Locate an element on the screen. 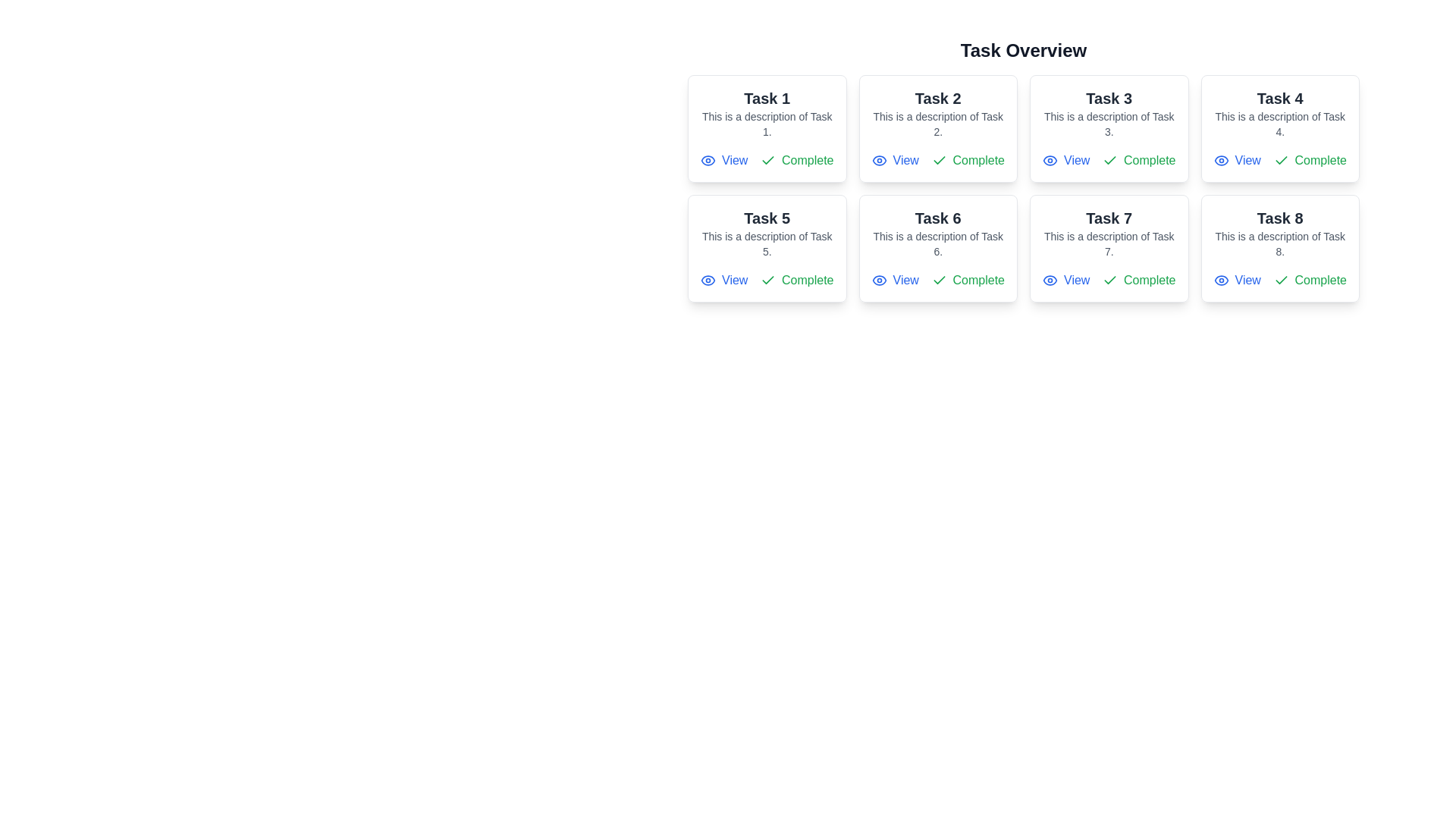 This screenshot has height=819, width=1456. the green checkmark icon indicating task completion for 'Task 1', located between the 'View' blue icon and the 'Complete' green text is located at coordinates (767, 161).